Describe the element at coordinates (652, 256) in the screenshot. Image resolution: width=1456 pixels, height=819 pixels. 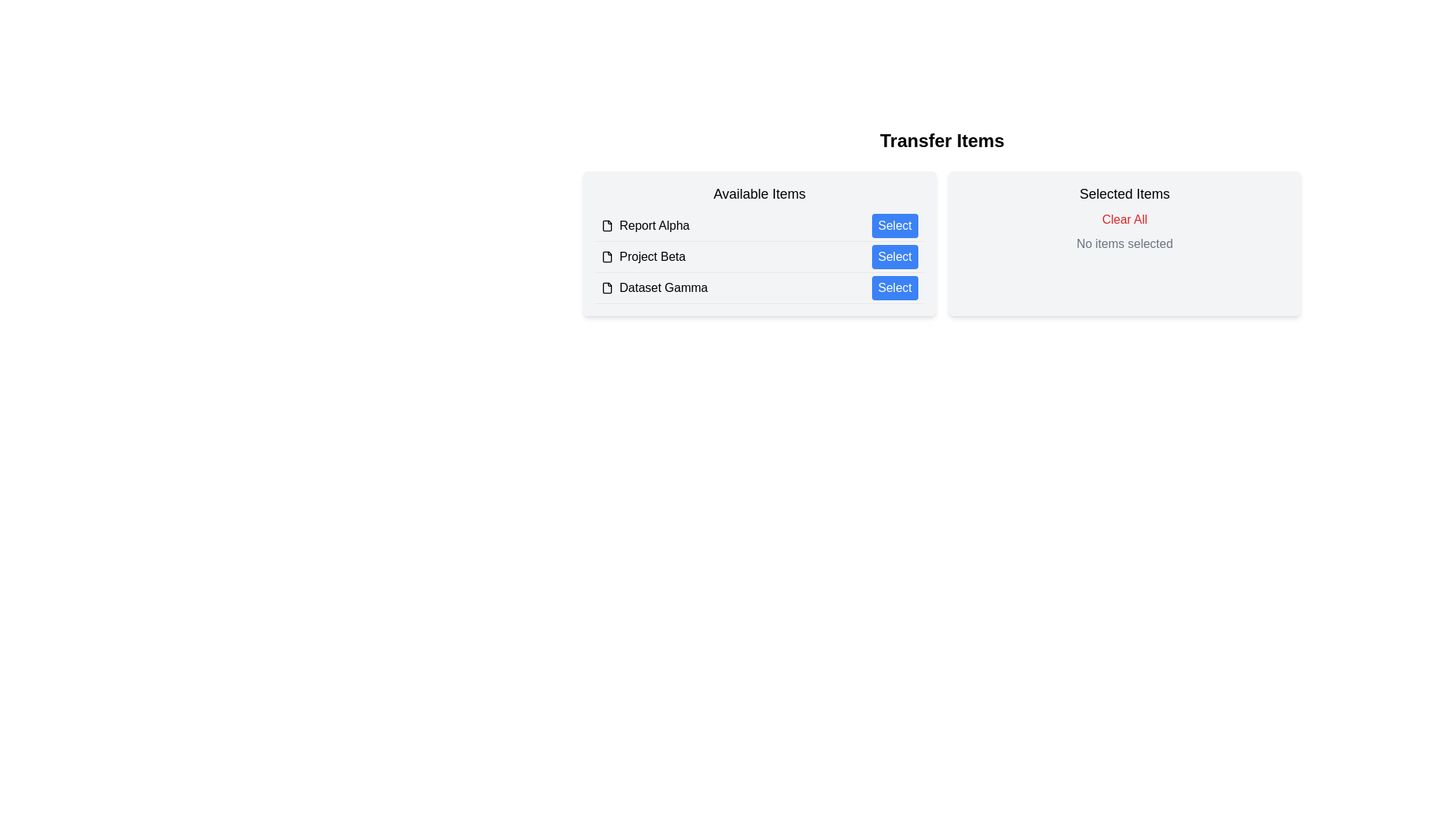
I see `the text element displaying 'Project Beta', which is the second item` at that location.